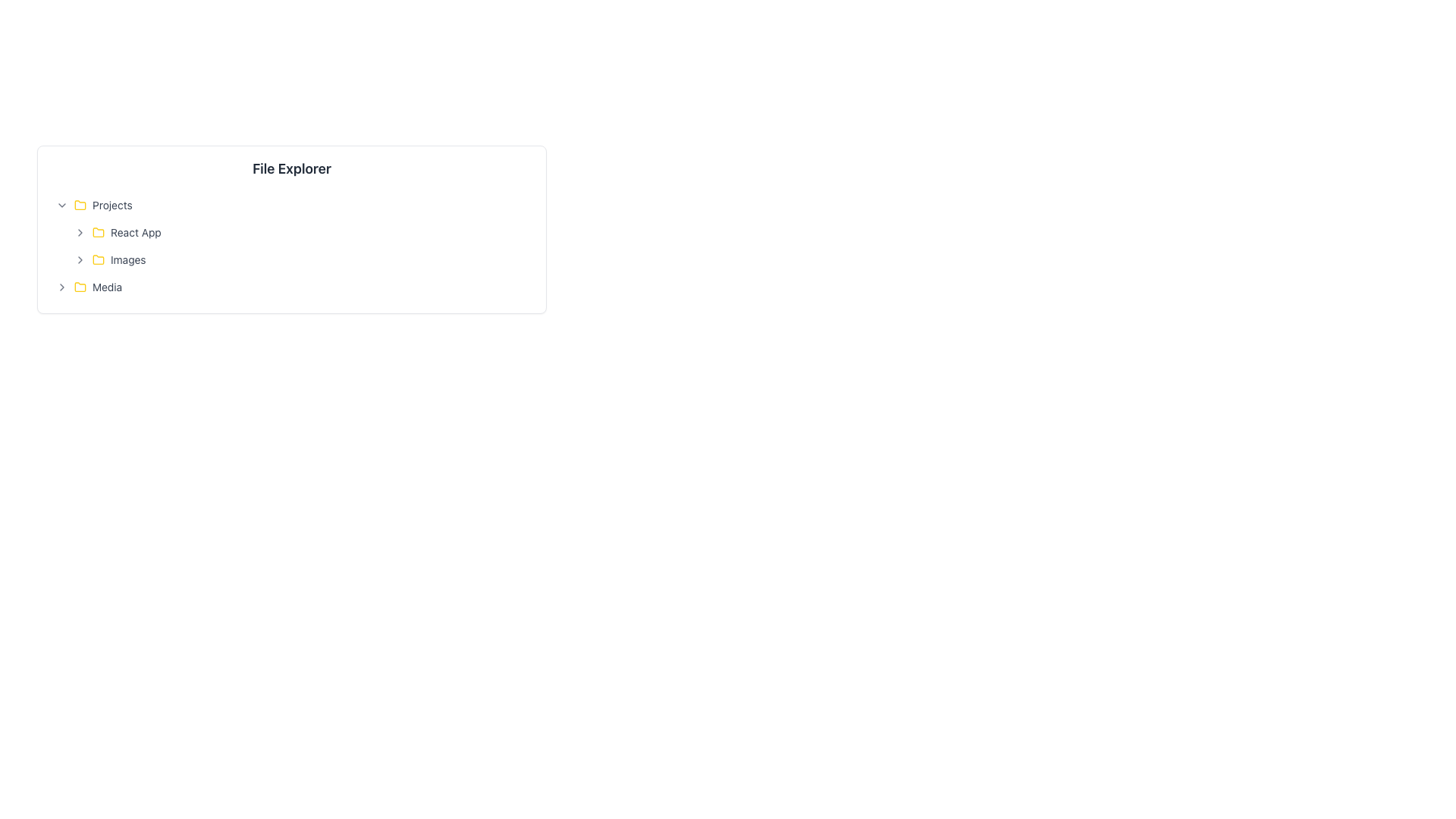 This screenshot has width=1456, height=819. I want to click on to select or open the 'Images' directory located under the 'Projects' section in the file explorer, so click(301, 259).